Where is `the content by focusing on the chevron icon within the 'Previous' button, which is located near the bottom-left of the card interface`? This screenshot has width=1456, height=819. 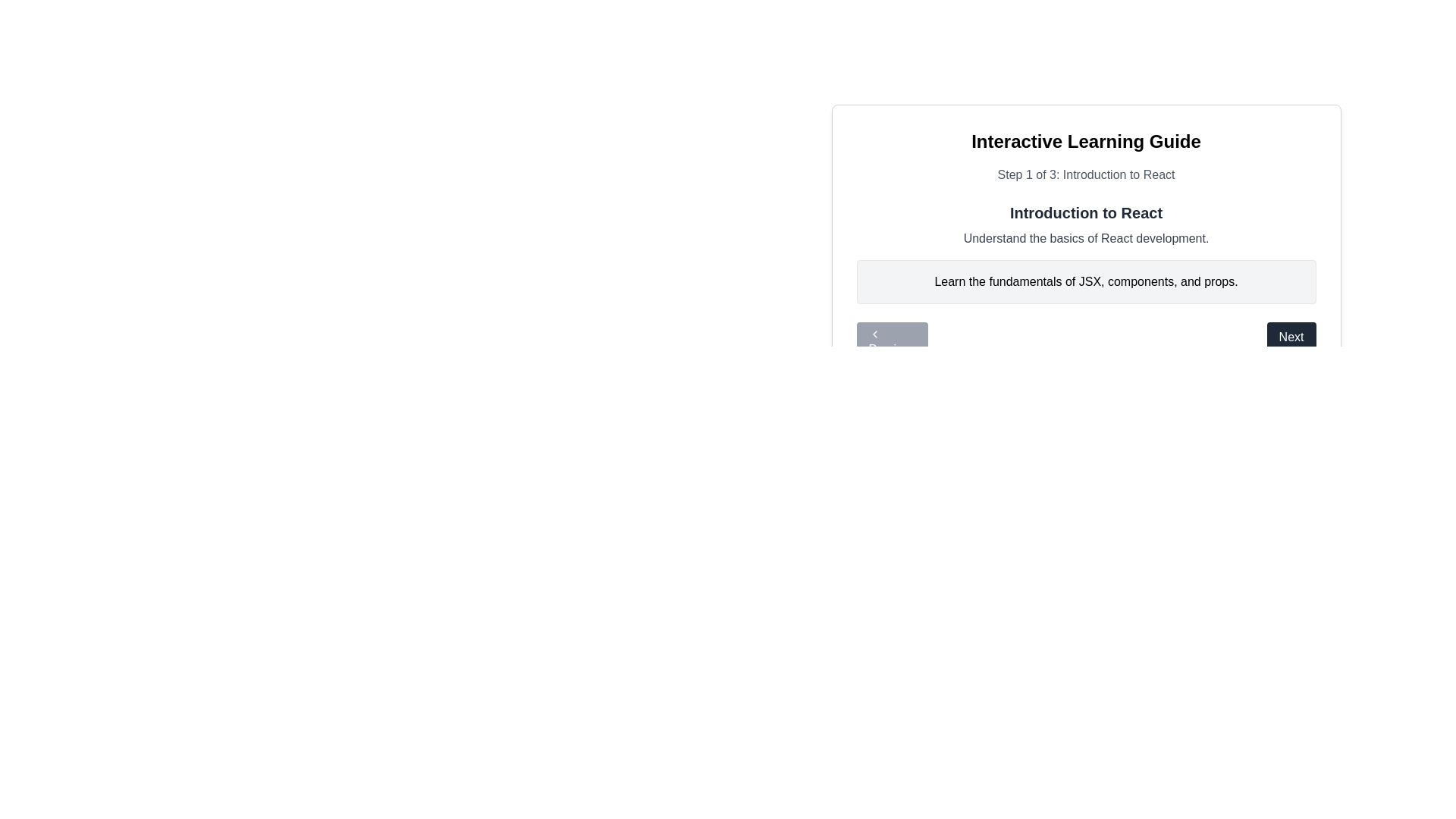
the content by focusing on the chevron icon within the 'Previous' button, which is located near the bottom-left of the card interface is located at coordinates (874, 333).